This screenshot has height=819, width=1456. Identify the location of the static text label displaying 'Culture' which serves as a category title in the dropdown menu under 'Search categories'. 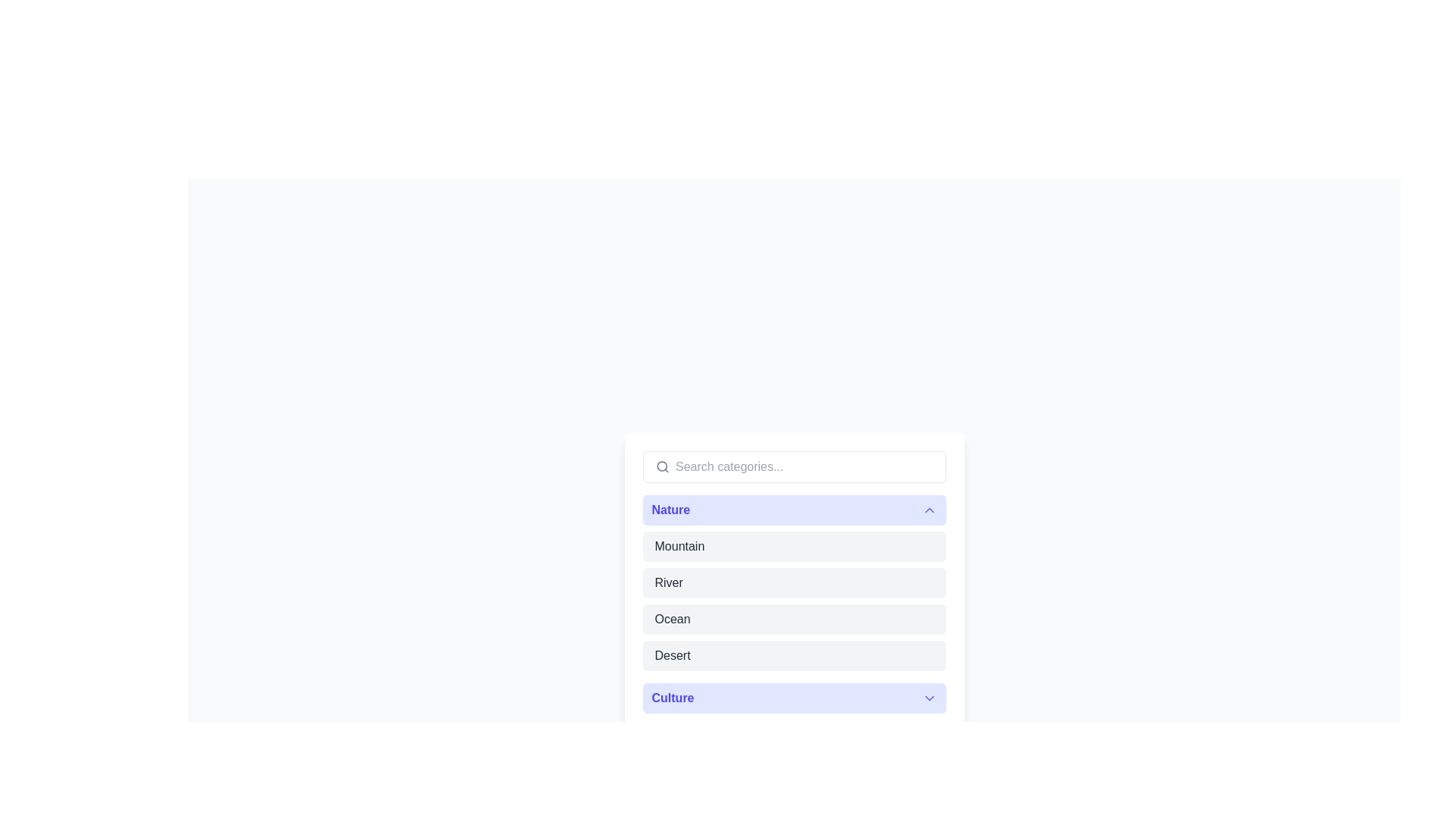
(672, 698).